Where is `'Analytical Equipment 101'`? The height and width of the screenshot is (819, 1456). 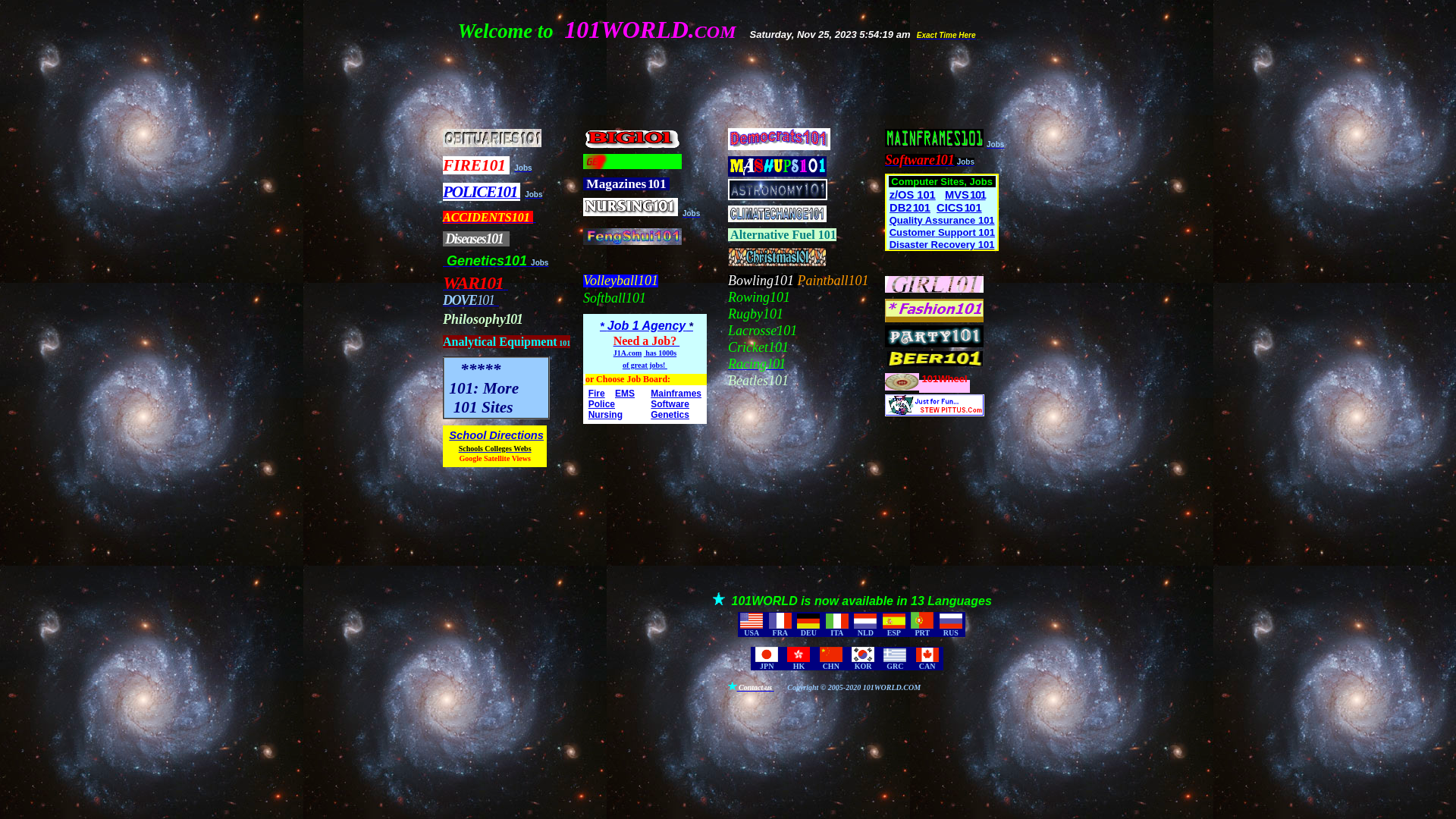 'Analytical Equipment 101' is located at coordinates (506, 341).